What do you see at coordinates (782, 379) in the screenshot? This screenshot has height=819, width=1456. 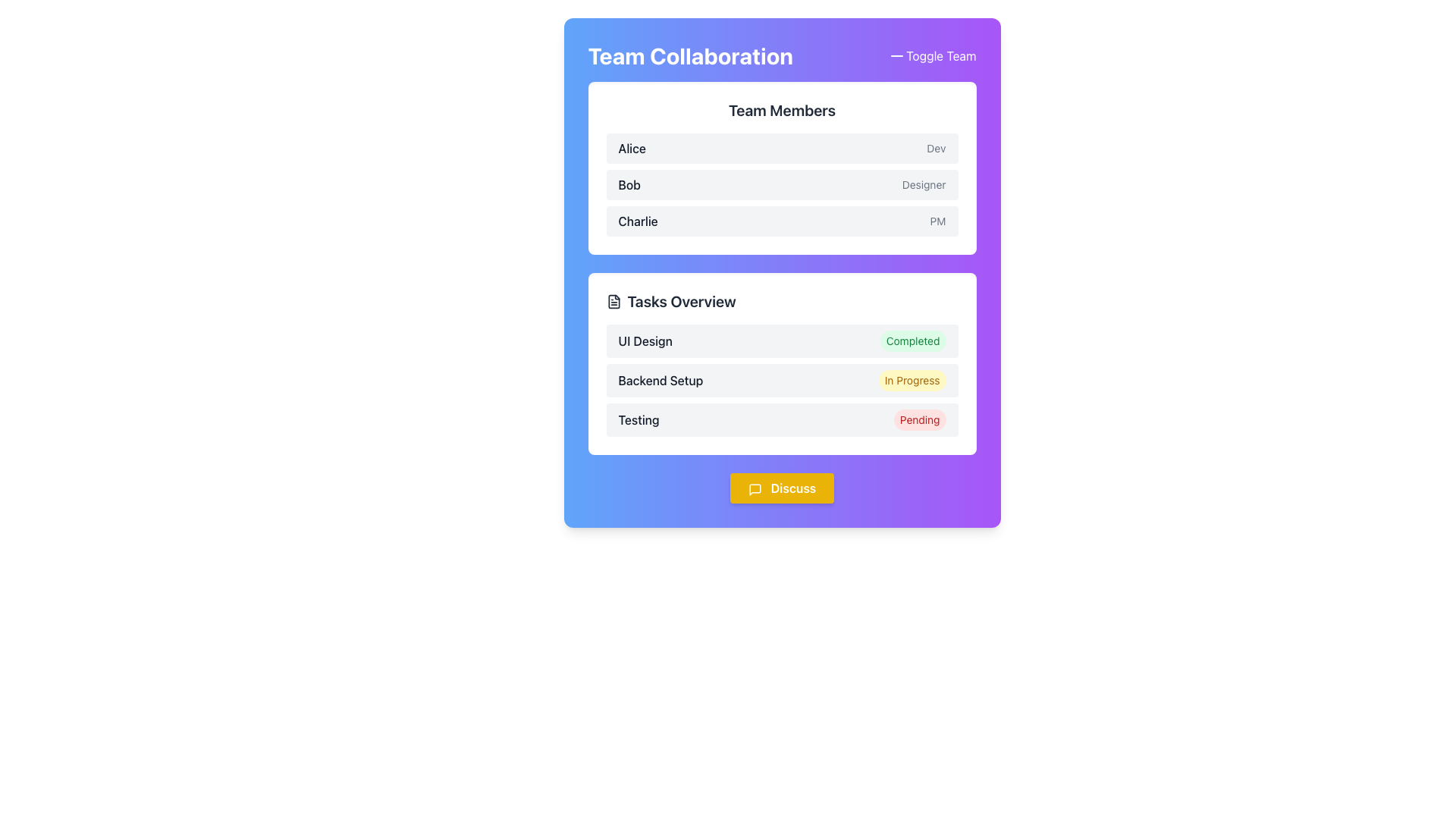 I see `the 'Backend Setup' task status indicator` at bounding box center [782, 379].